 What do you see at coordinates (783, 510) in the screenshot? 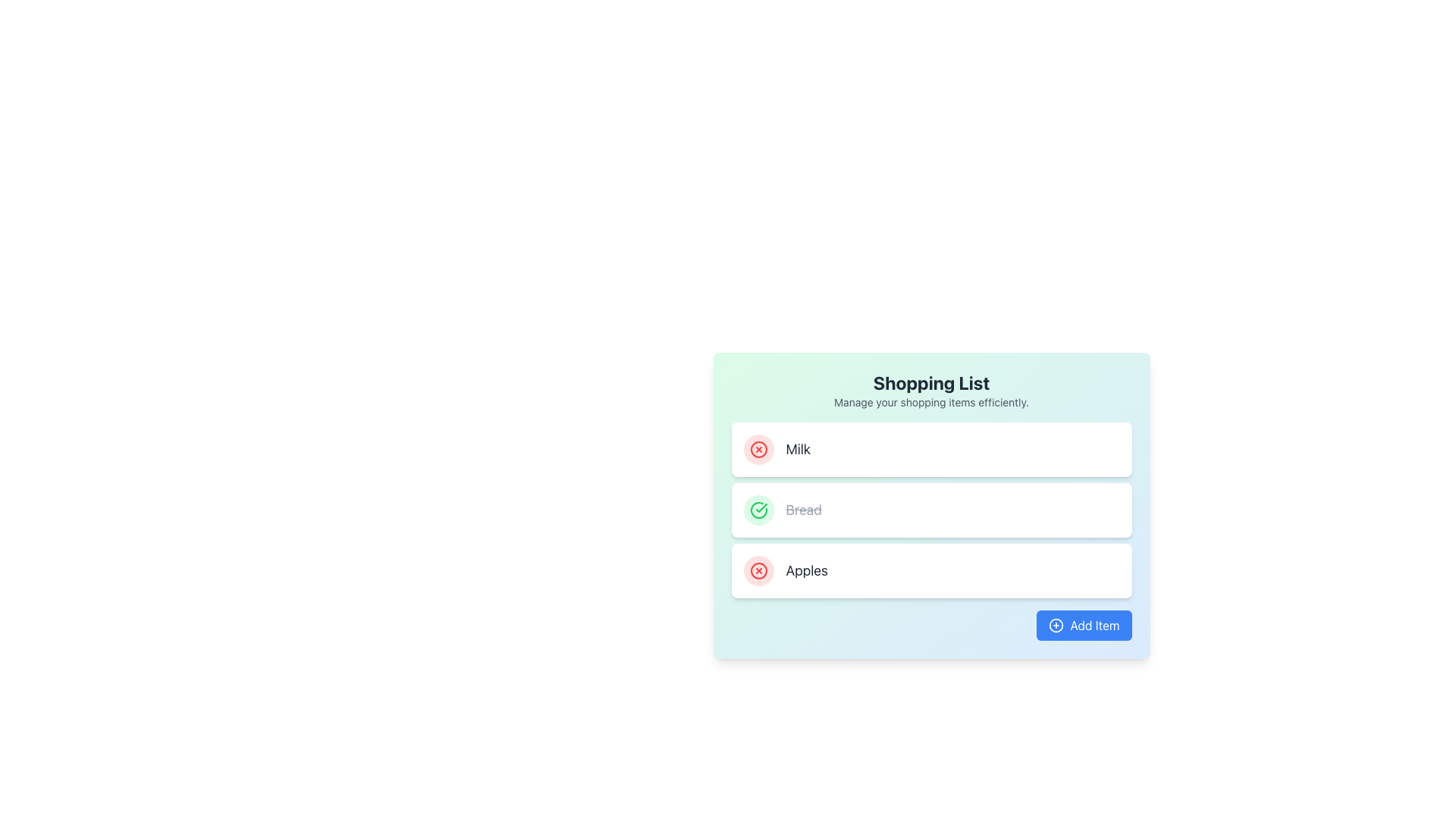
I see `the List Item displaying 'Bread' with a strikethrough style and a green check mark, indicating it is completed` at bounding box center [783, 510].